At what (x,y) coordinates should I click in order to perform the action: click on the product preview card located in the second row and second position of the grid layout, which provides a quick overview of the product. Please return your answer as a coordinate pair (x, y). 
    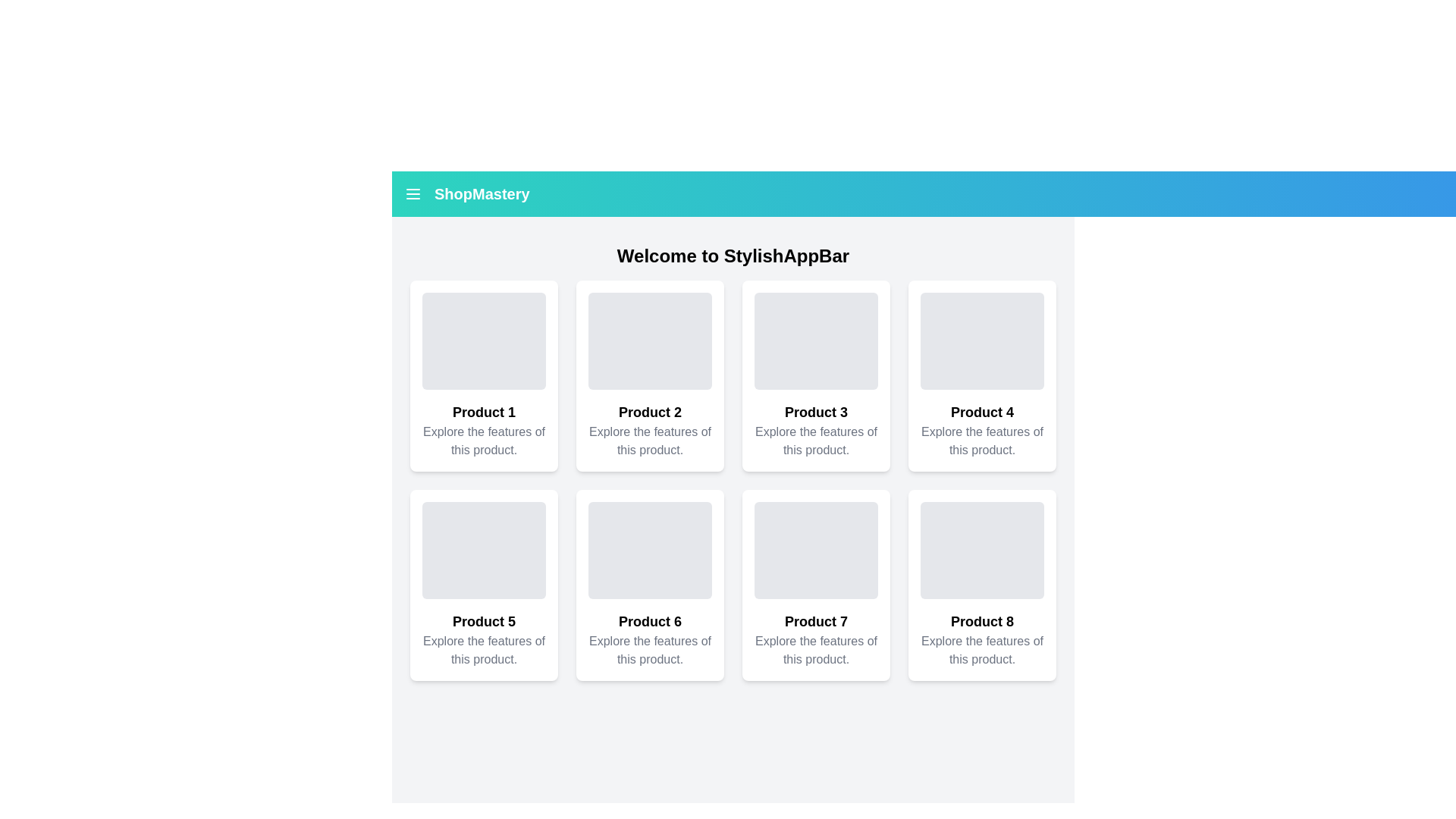
    Looking at the image, I should click on (650, 584).